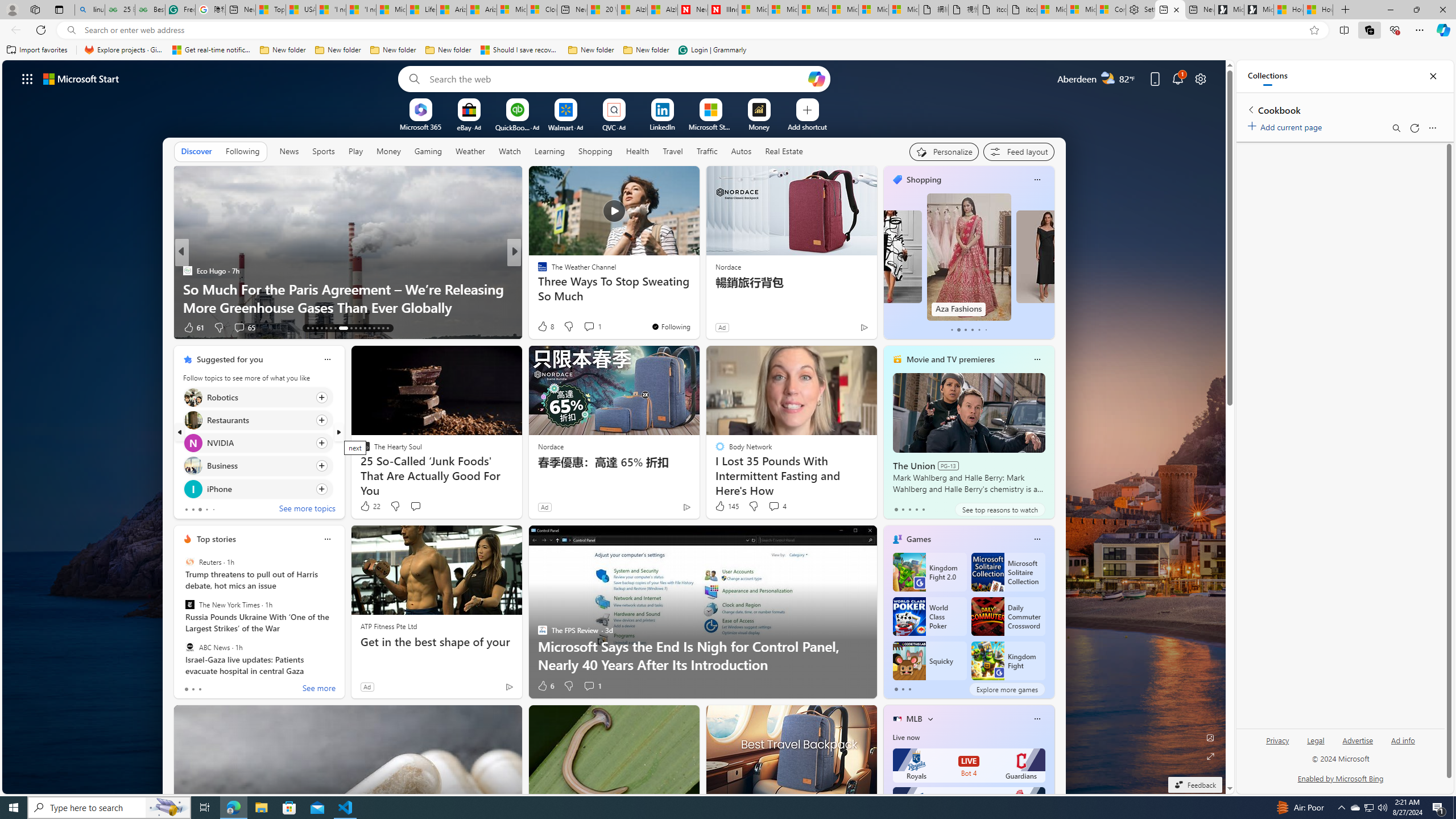 The width and height of the screenshot is (1456, 819). I want to click on 'Page settings', so click(1199, 78).